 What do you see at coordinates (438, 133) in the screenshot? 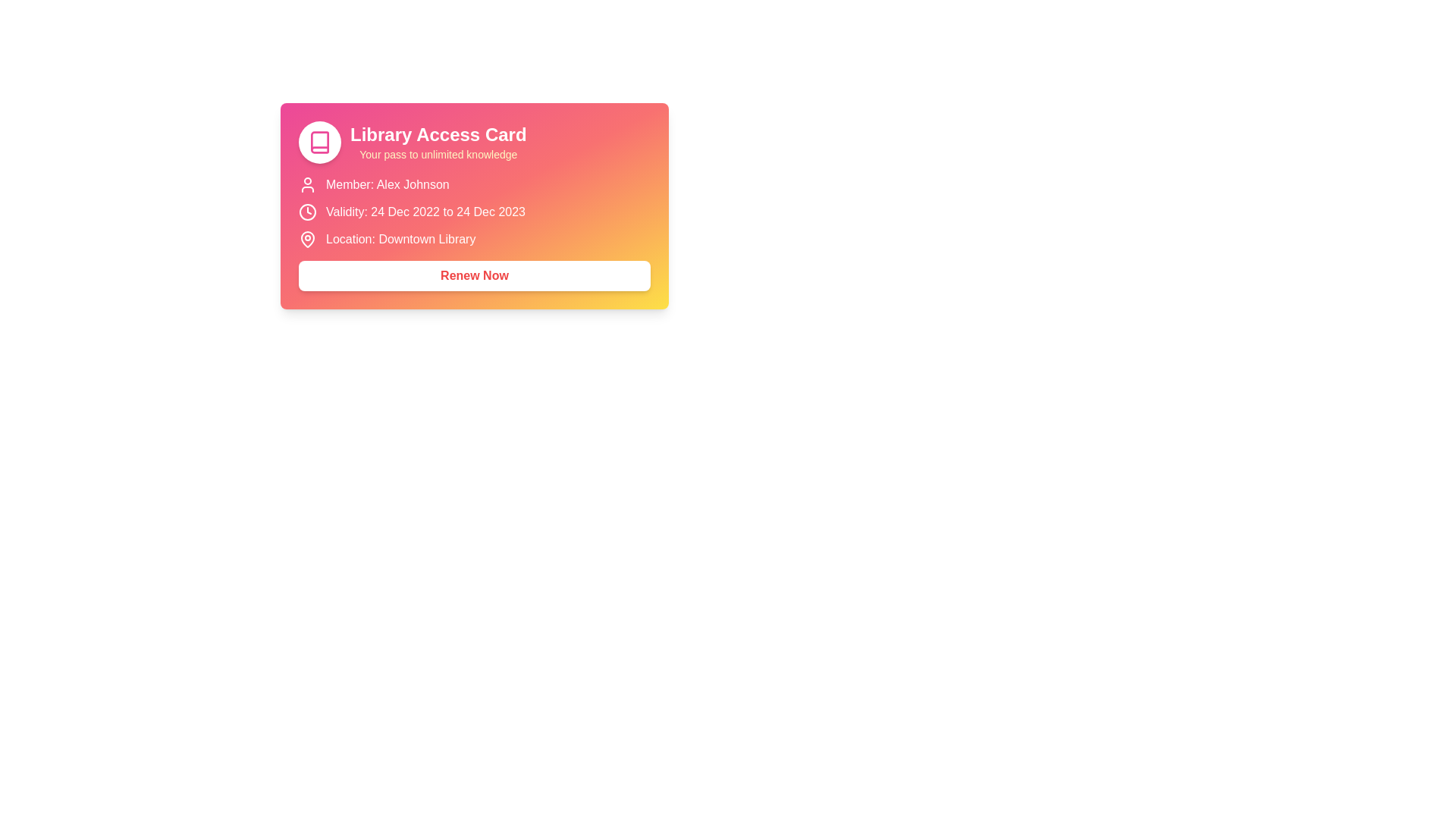
I see `the title text element located at the top of the card, which serves as the headline indicating its purpose, centered above the subtitle 'Your pass to unlimited knowledge'` at bounding box center [438, 133].